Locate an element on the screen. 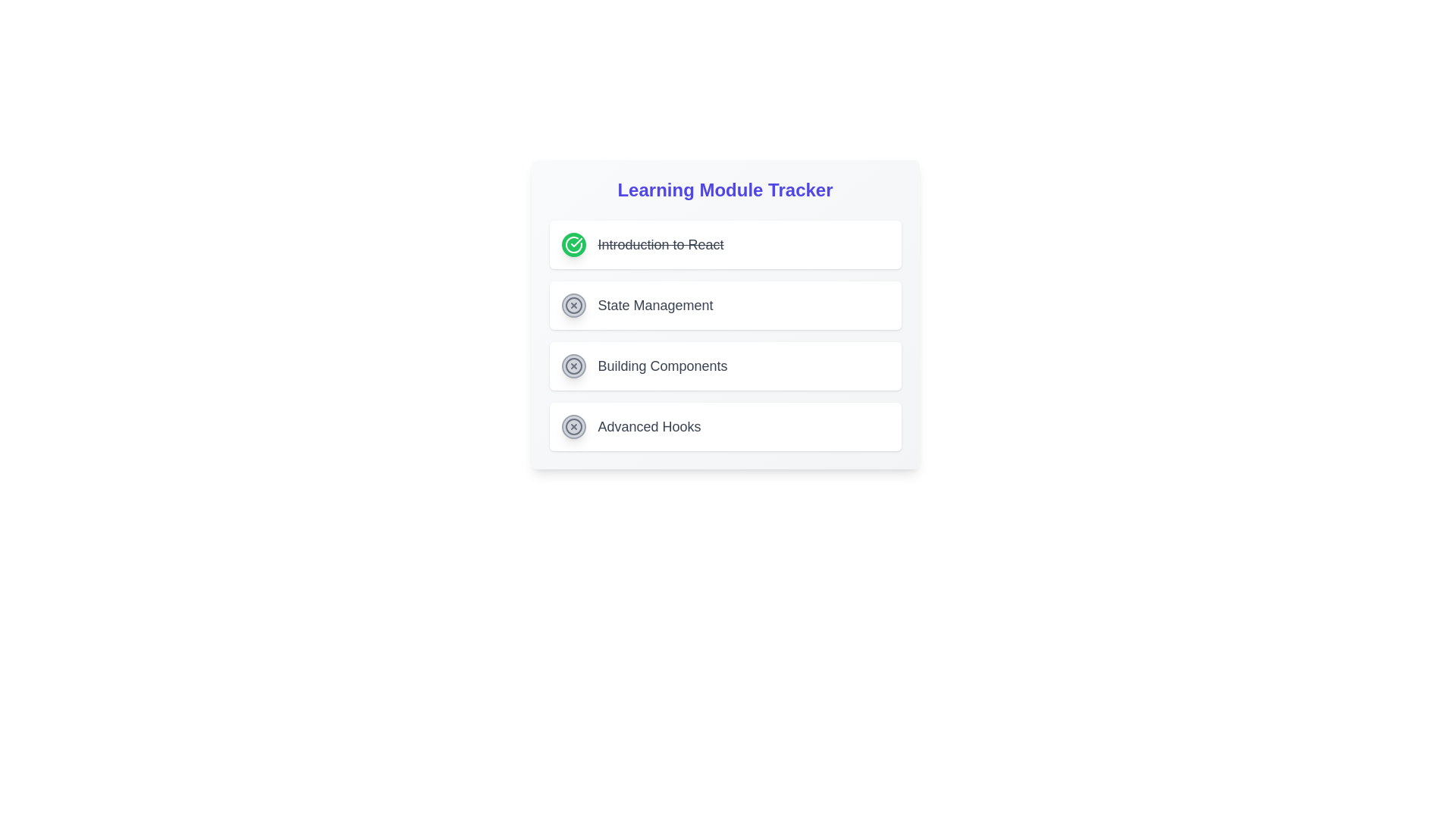 The image size is (1456, 819). the text label displaying 'Introduction to React' which indicates completion with a line-through effect and is associated with a green circular icon is located at coordinates (661, 244).